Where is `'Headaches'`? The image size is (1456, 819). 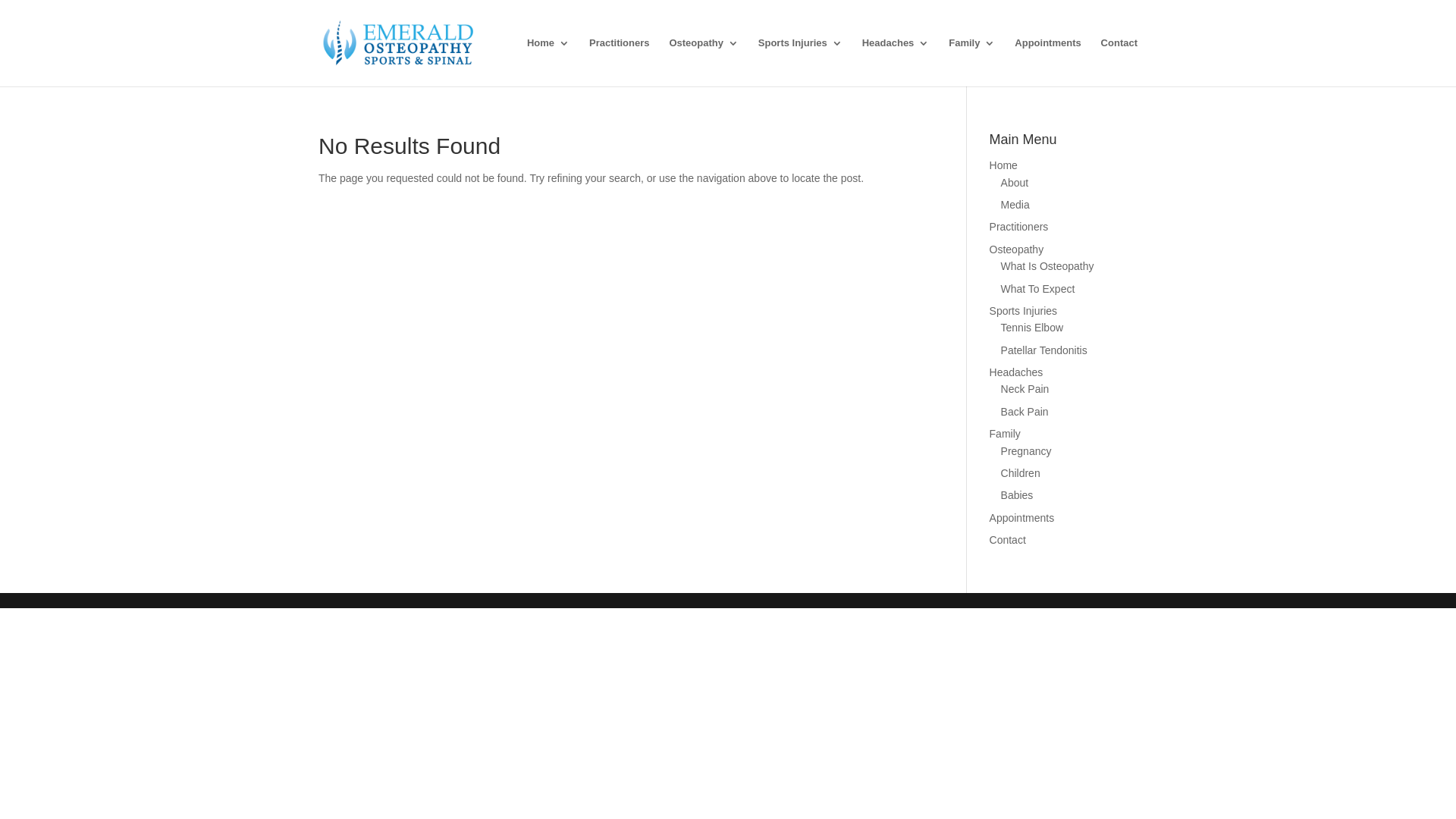
'Headaches' is located at coordinates (862, 61).